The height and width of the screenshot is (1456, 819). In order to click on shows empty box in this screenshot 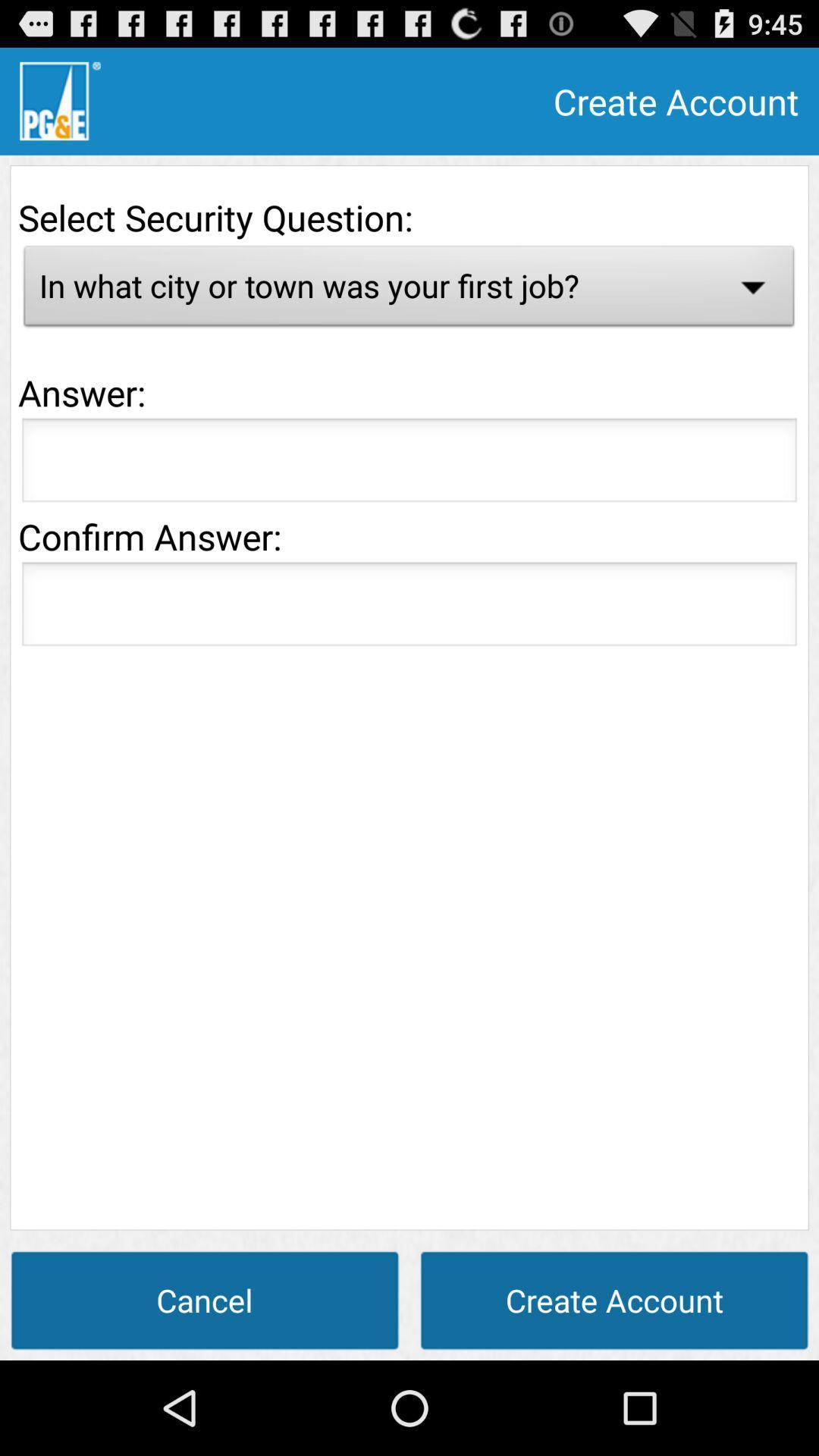, I will do `click(409, 463)`.